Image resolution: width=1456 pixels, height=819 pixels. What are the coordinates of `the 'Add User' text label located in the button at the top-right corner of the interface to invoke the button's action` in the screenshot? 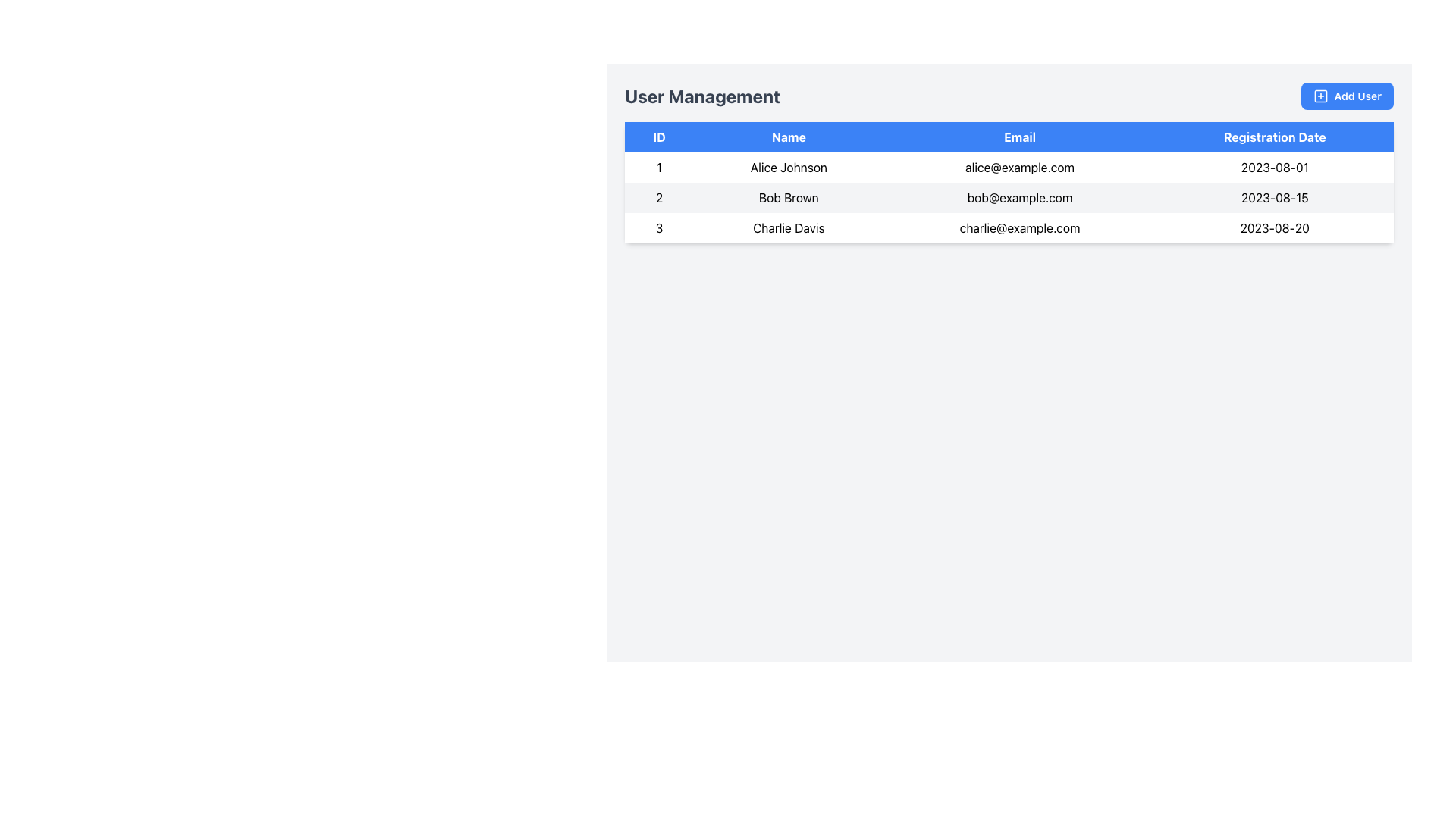 It's located at (1357, 96).